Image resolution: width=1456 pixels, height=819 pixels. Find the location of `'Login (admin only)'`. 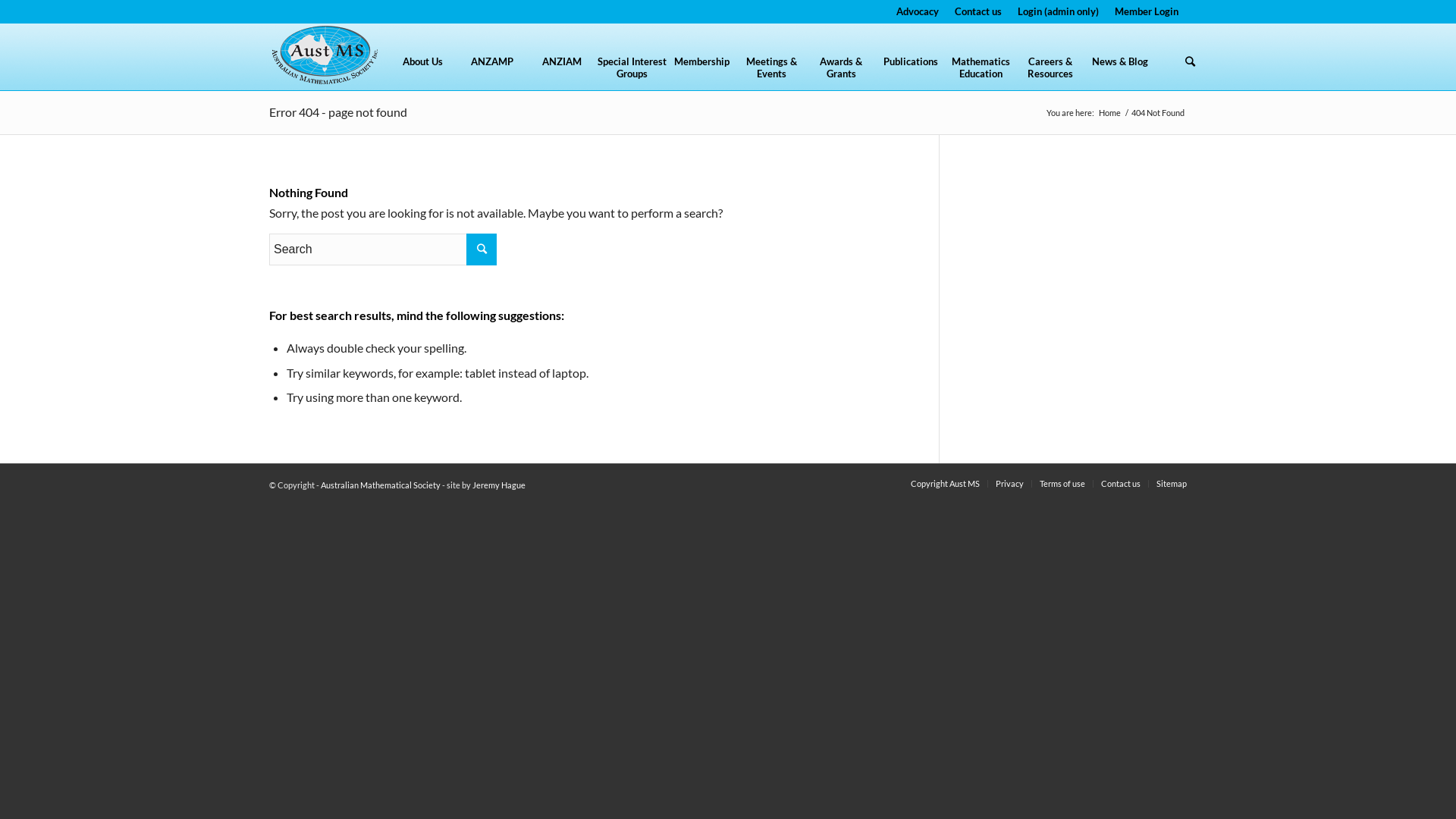

'Login (admin only)' is located at coordinates (1057, 11).